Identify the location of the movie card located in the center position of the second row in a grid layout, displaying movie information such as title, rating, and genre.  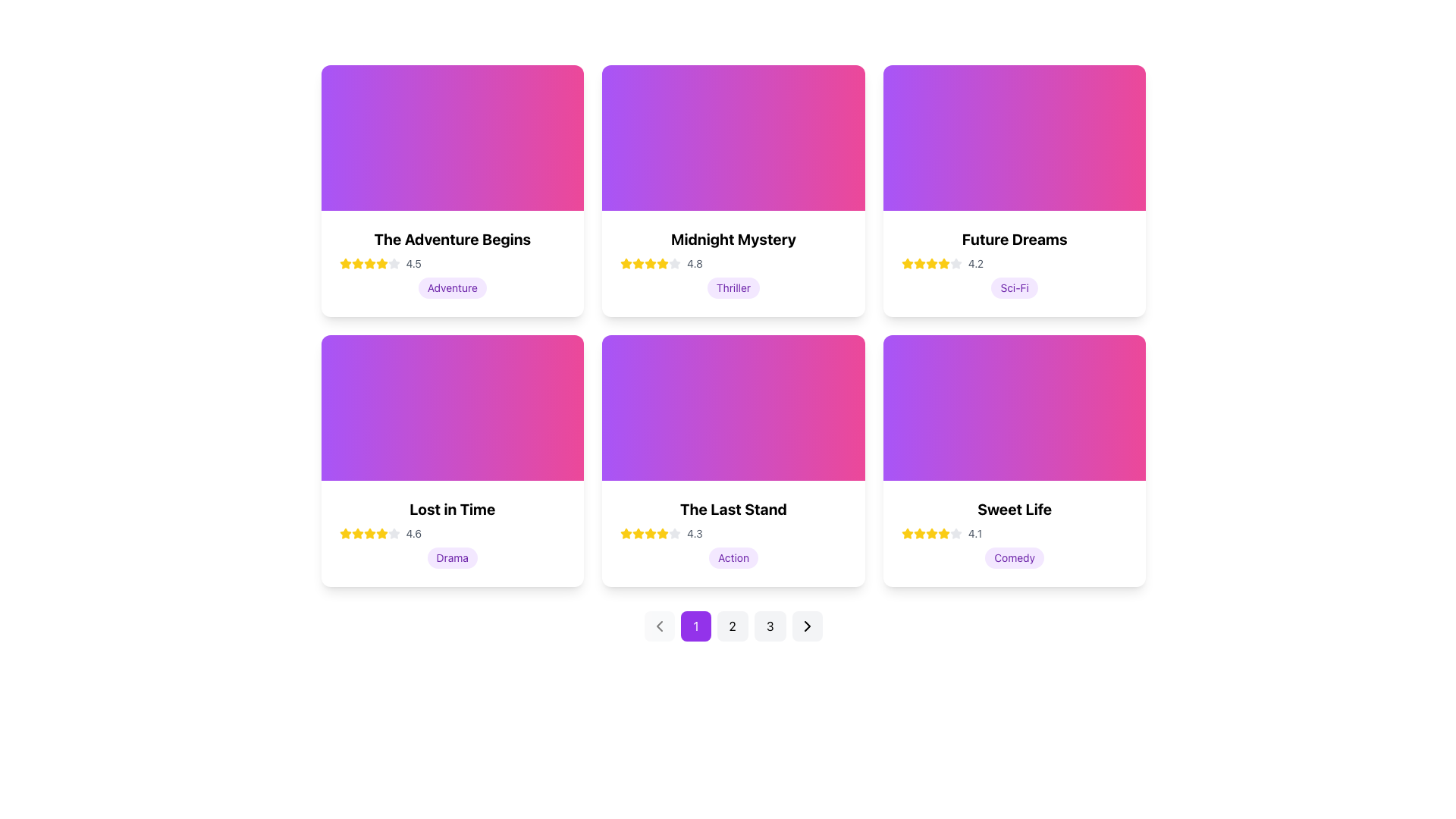
(733, 460).